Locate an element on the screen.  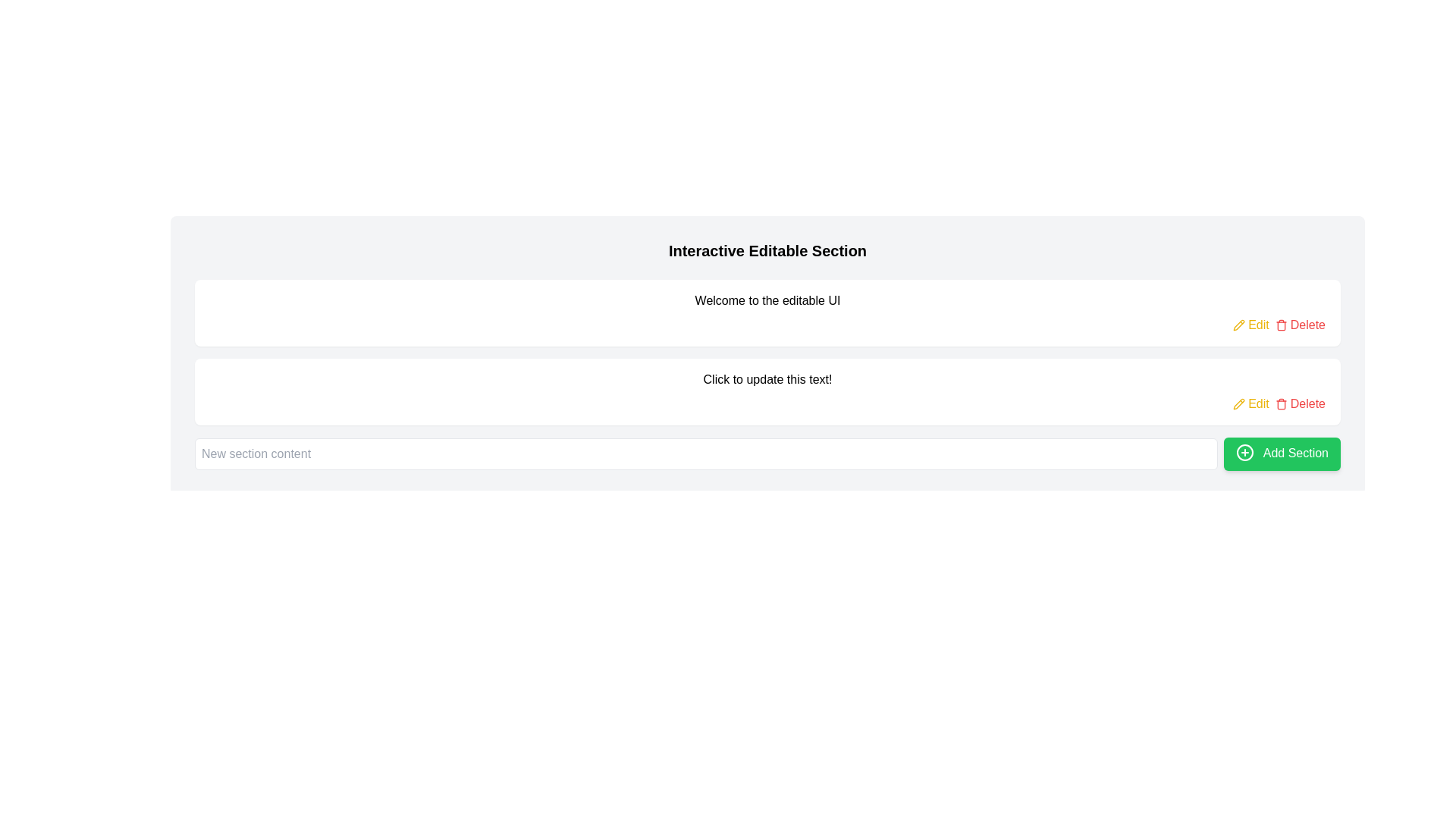
the SVG graphical element inside the 'Add Section' button is located at coordinates (1245, 452).